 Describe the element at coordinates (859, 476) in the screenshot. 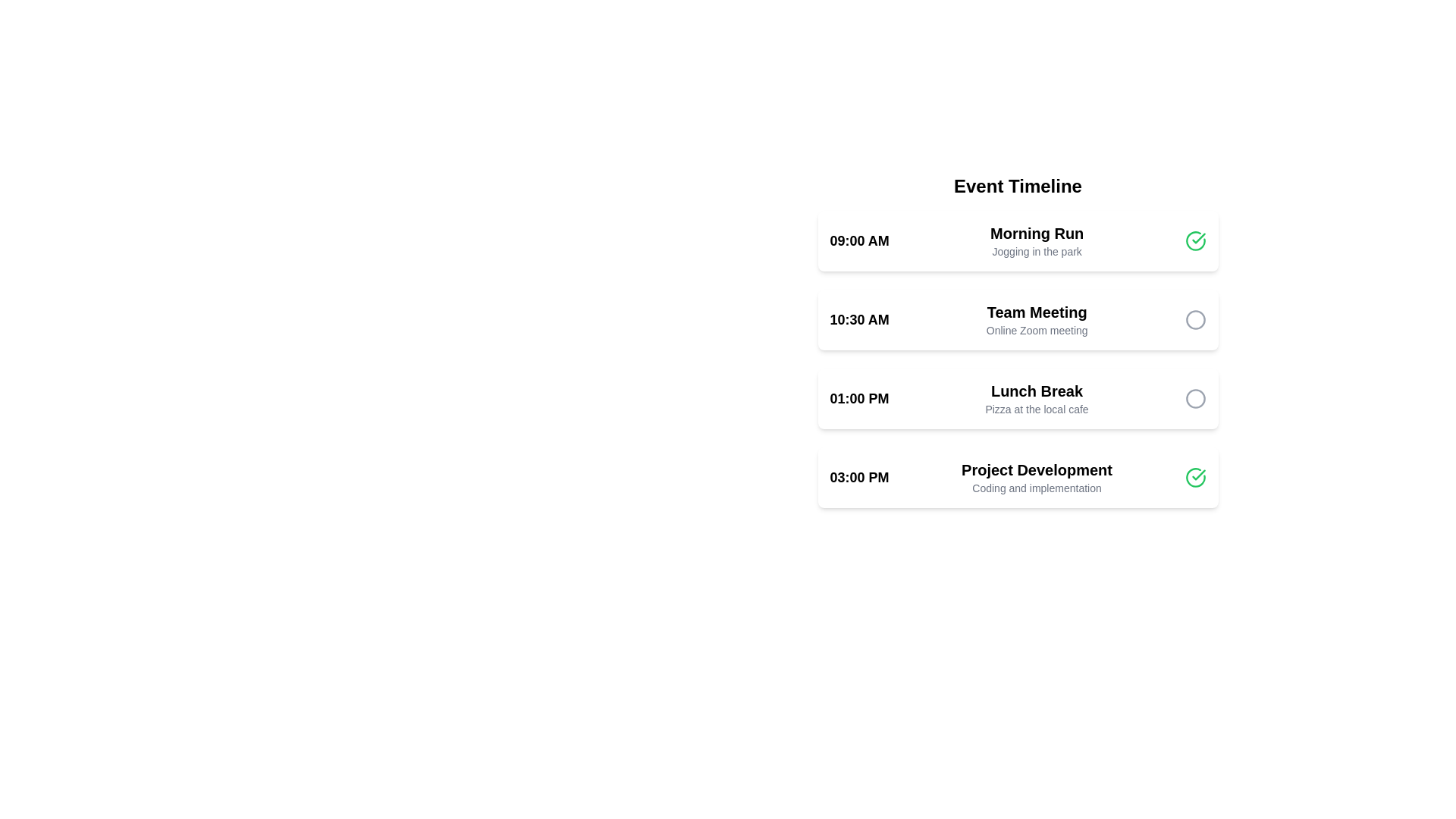

I see `the text label displaying '03:00 PM', which indicates the time for the 'Project Development' task, positioned to the left of other task details` at that location.